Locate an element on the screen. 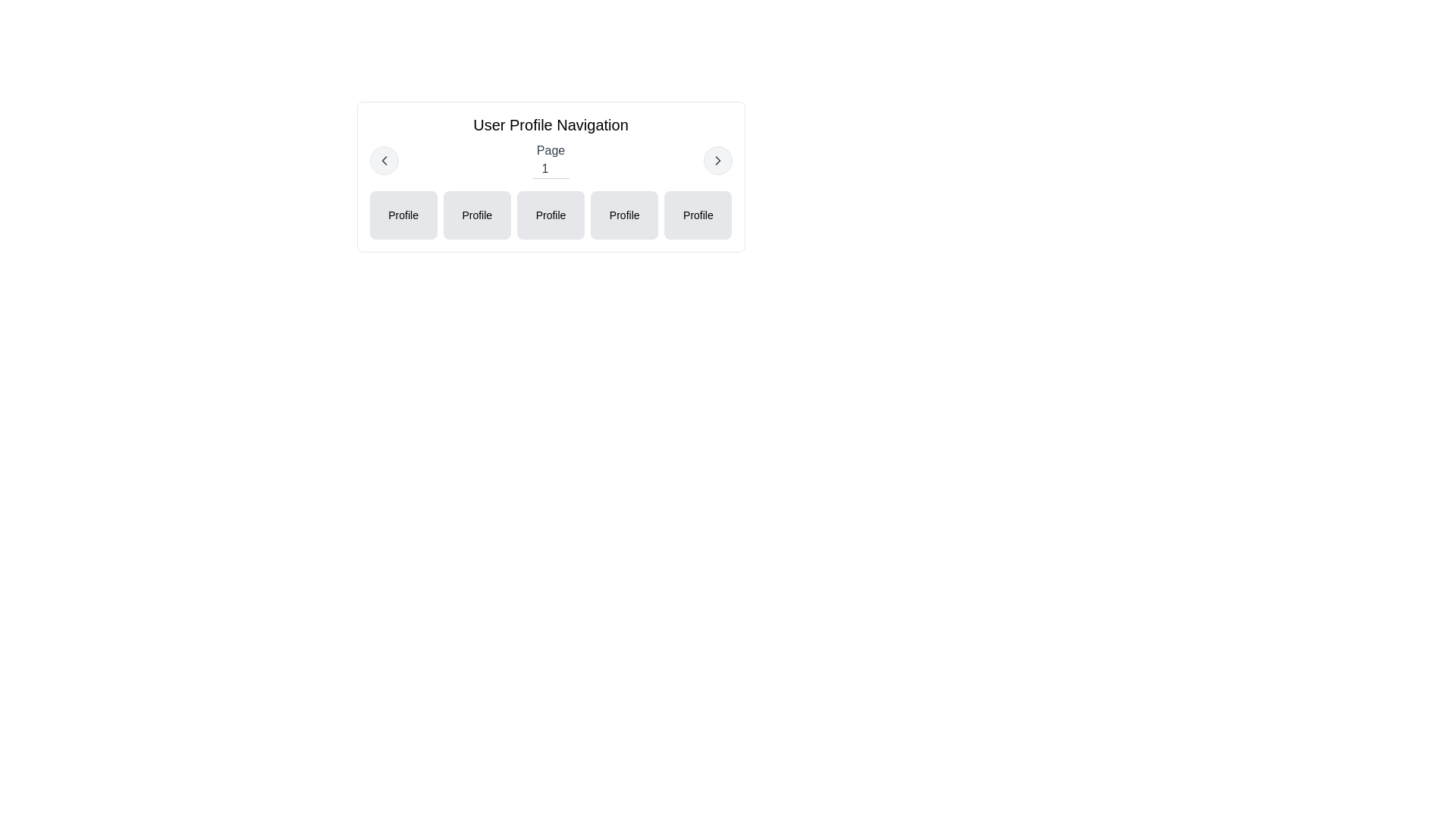 The width and height of the screenshot is (1456, 819). the 'Profile' button, which is the first button in a horizontal grid of five buttons, positioned on the leftmost side is located at coordinates (403, 215).